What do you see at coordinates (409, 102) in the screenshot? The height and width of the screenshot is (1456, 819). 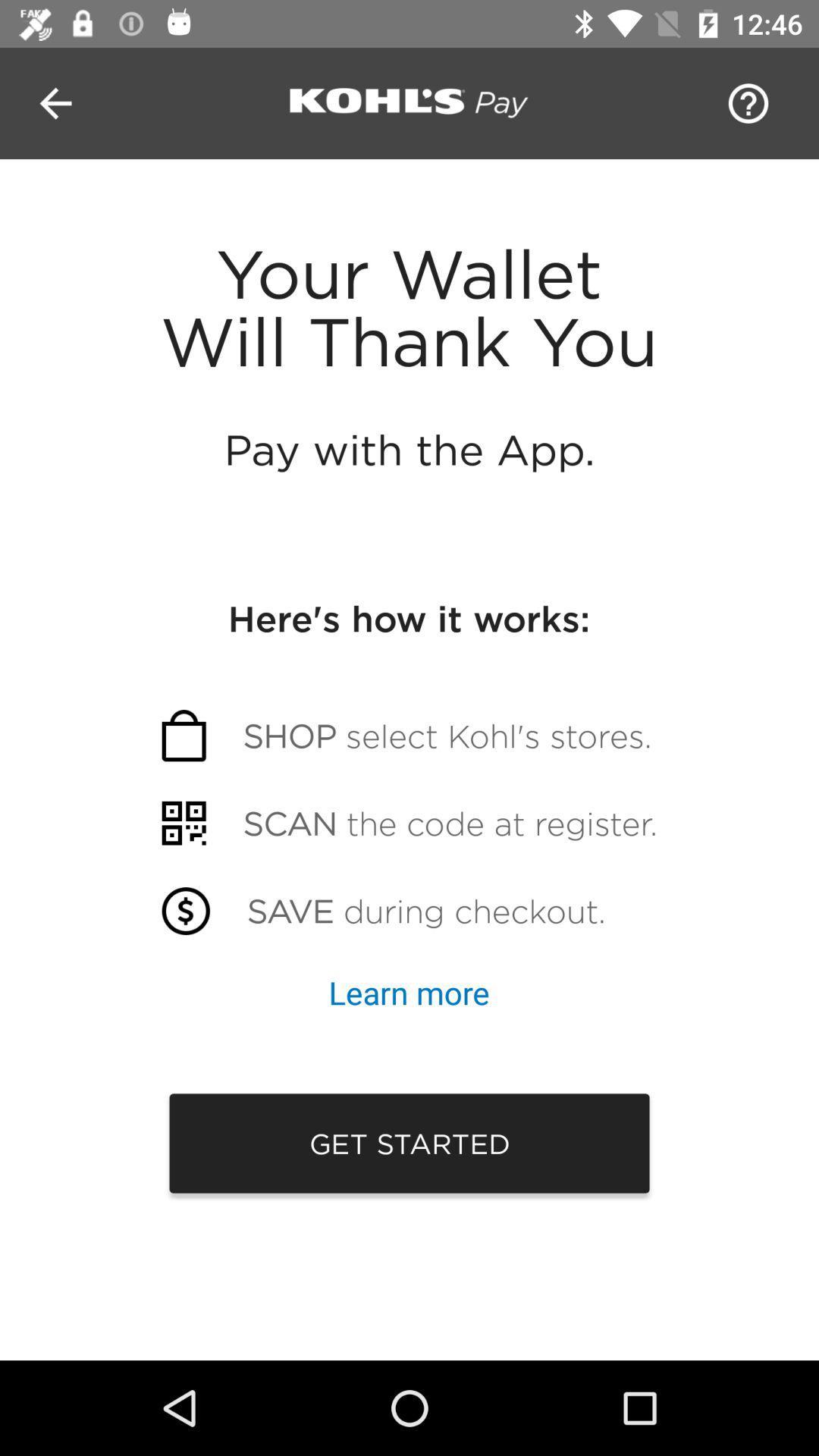 I see `go kohls pay` at bounding box center [409, 102].